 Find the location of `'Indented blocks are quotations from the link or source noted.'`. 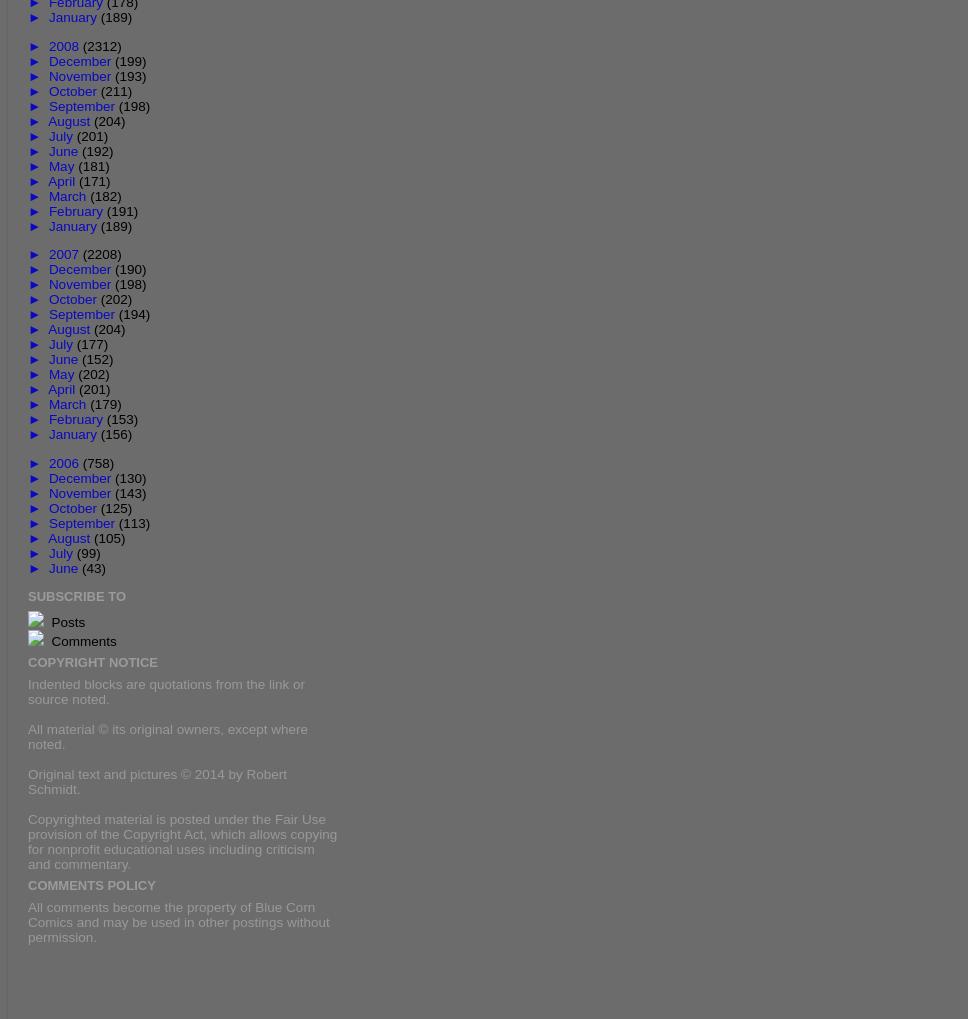

'Indented blocks are quotations from the link or source noted.' is located at coordinates (166, 689).